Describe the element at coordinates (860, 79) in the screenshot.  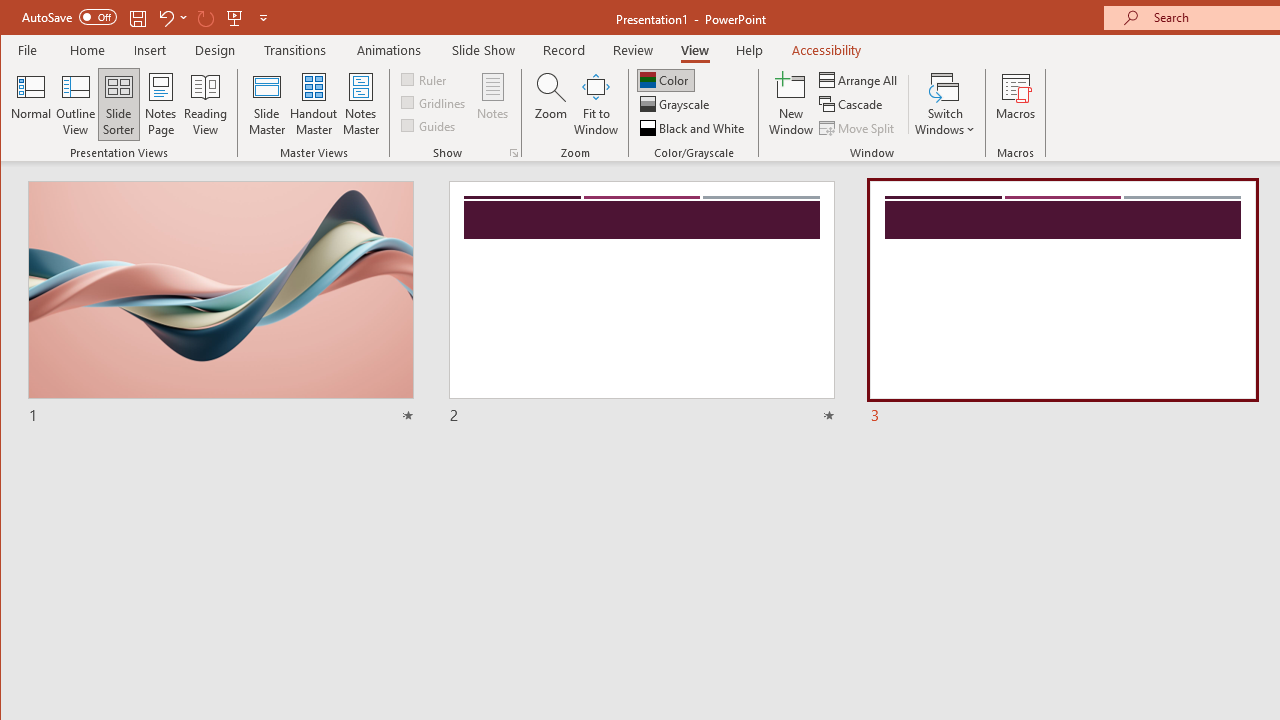
I see `'Arrange All'` at that location.